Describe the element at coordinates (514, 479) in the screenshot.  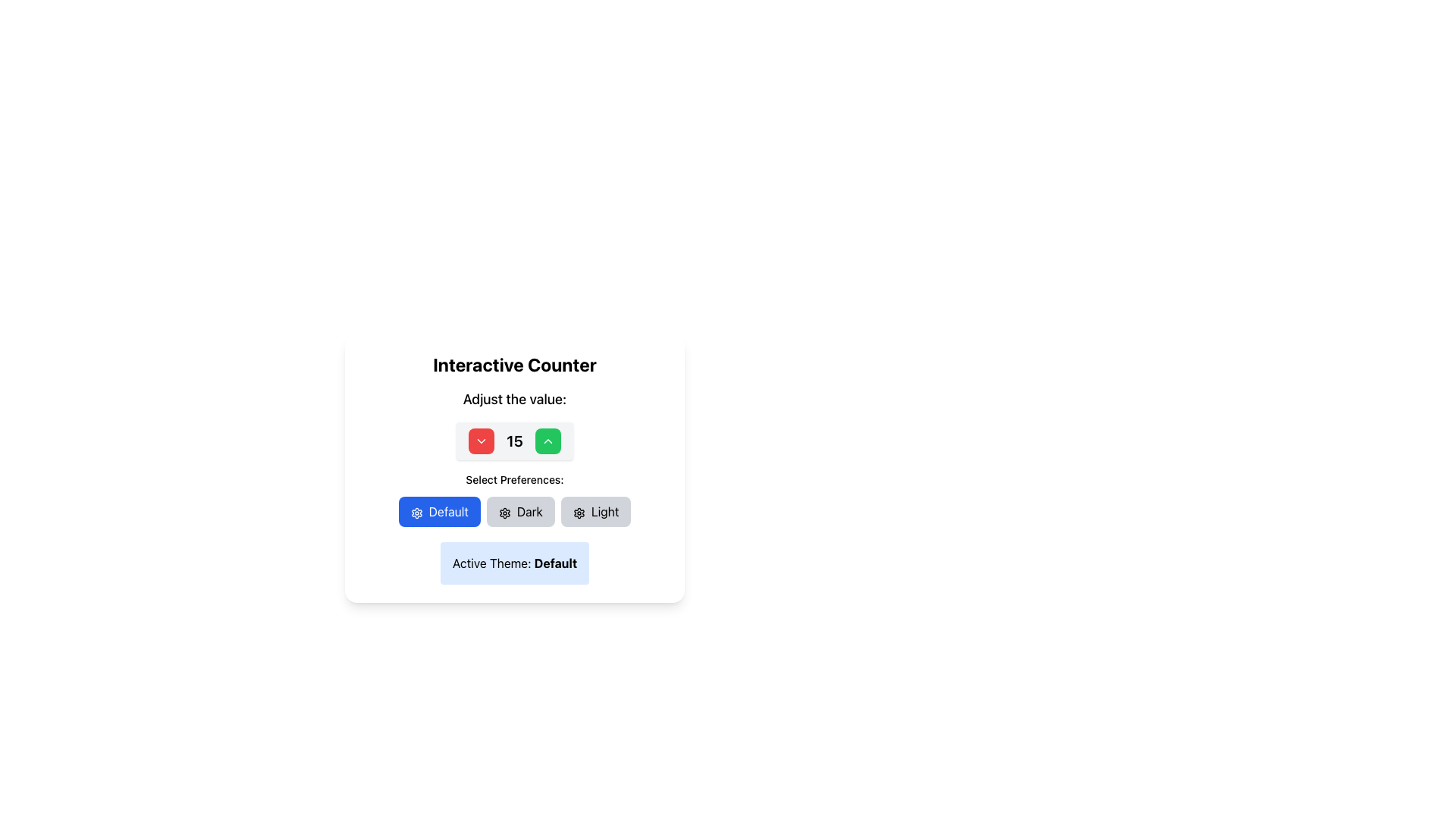
I see `the static text label that reads 'Select Preferences:', which is positioned between the numeric counter section and the theme selector buttons` at that location.